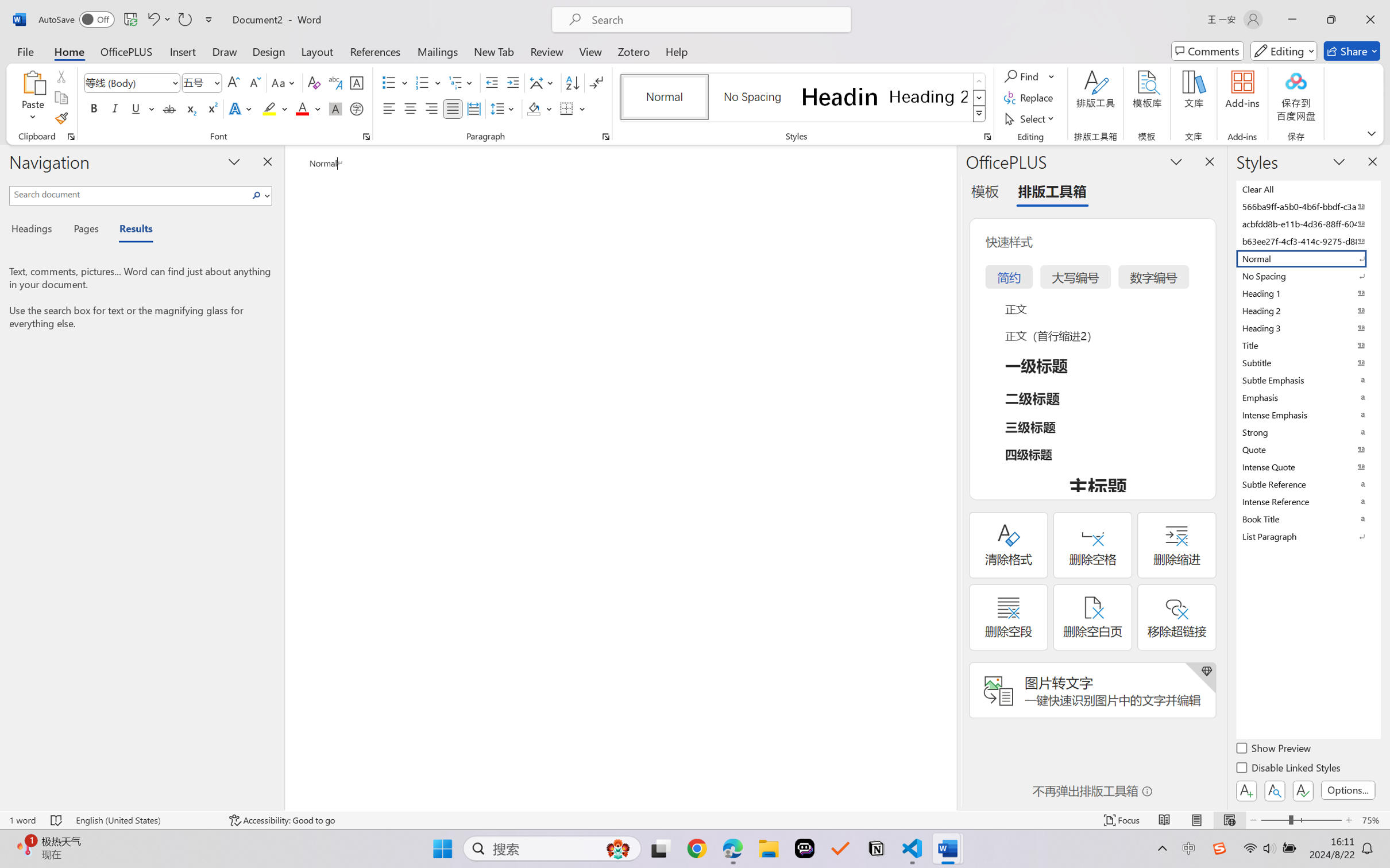  I want to click on 'Shrink Font', so click(253, 83).